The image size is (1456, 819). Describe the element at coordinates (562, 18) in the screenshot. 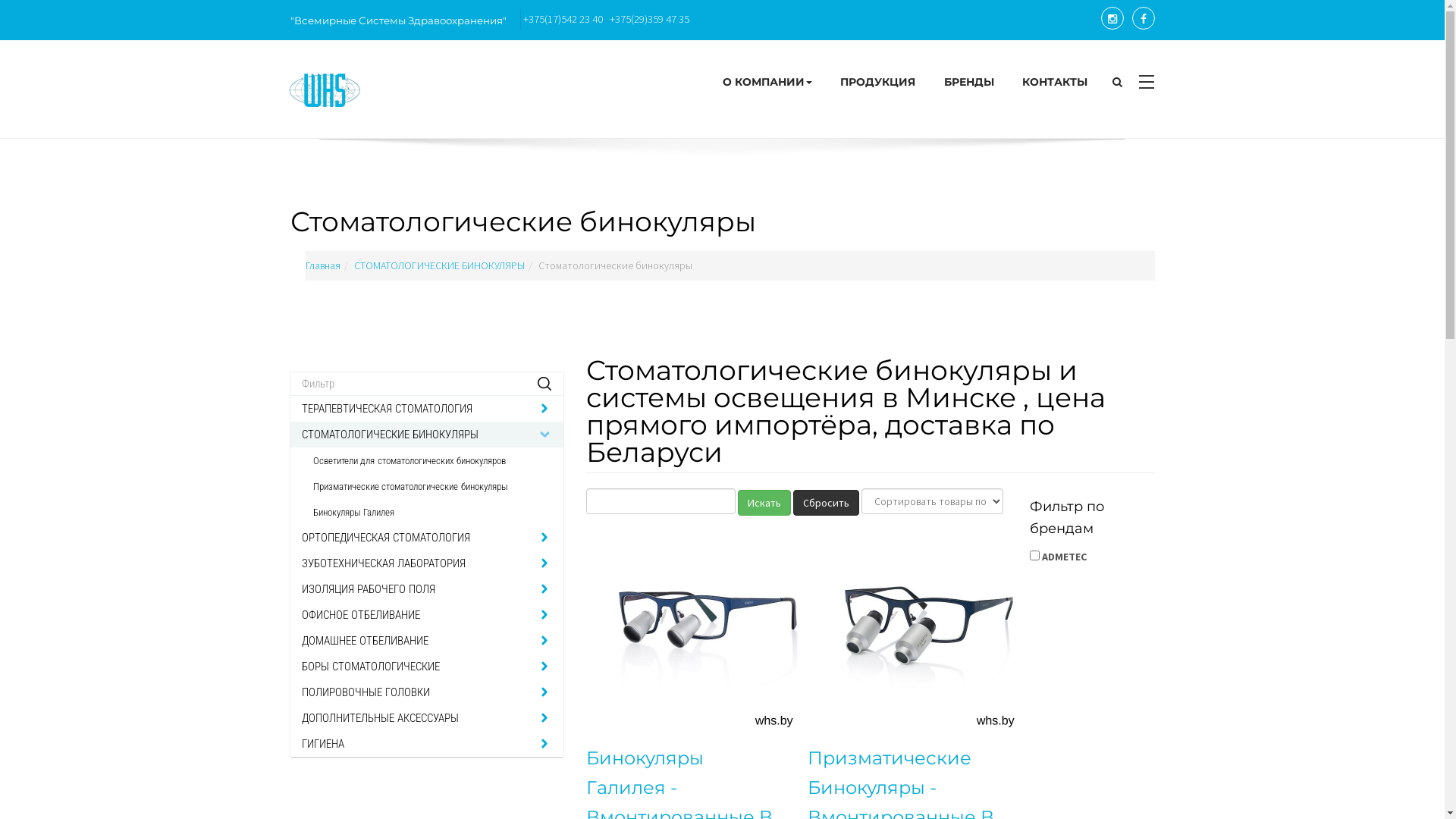

I see `'+375(17)542 23 40'` at that location.